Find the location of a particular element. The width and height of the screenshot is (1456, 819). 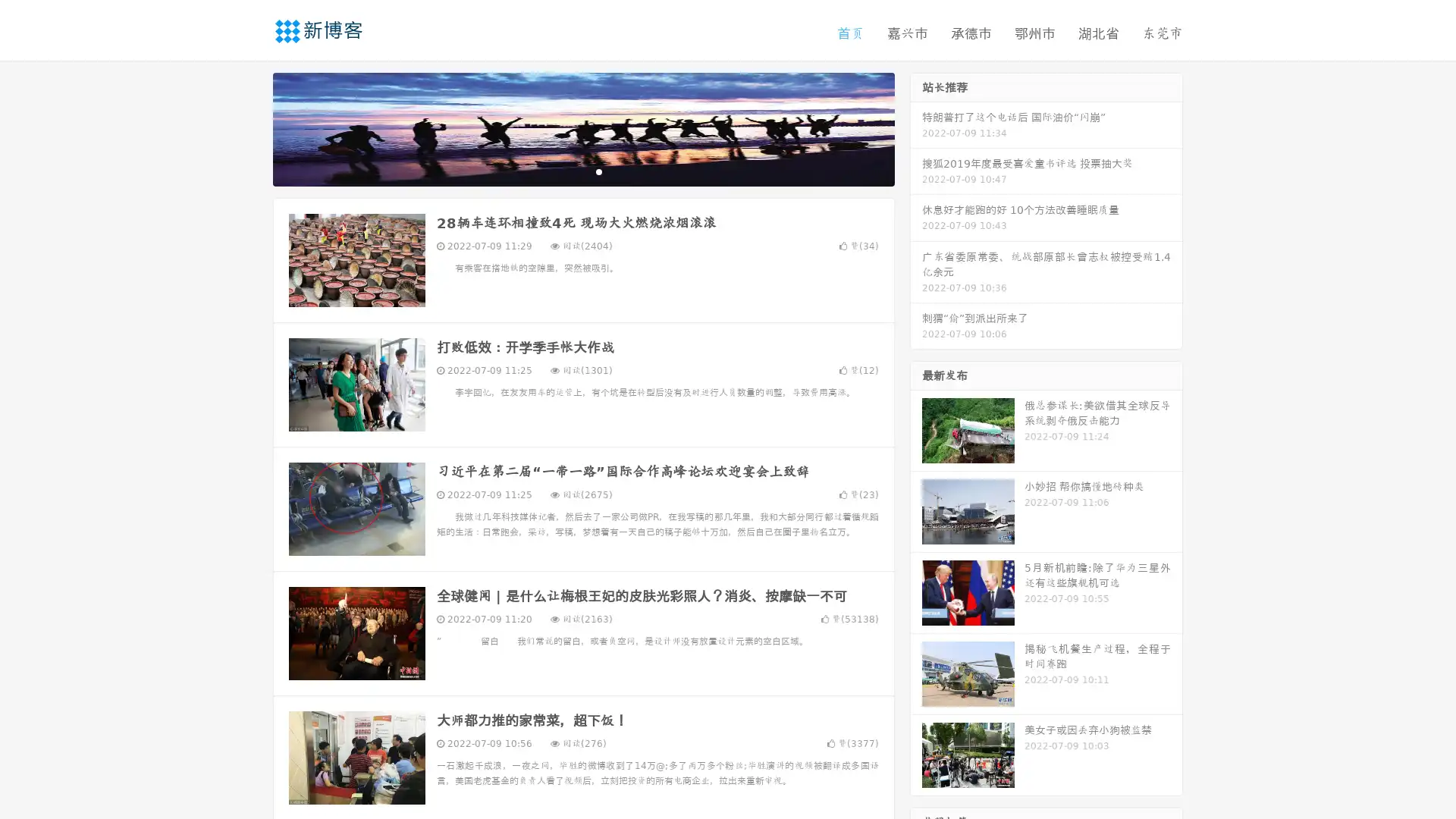

Go to slide 3 is located at coordinates (598, 171).